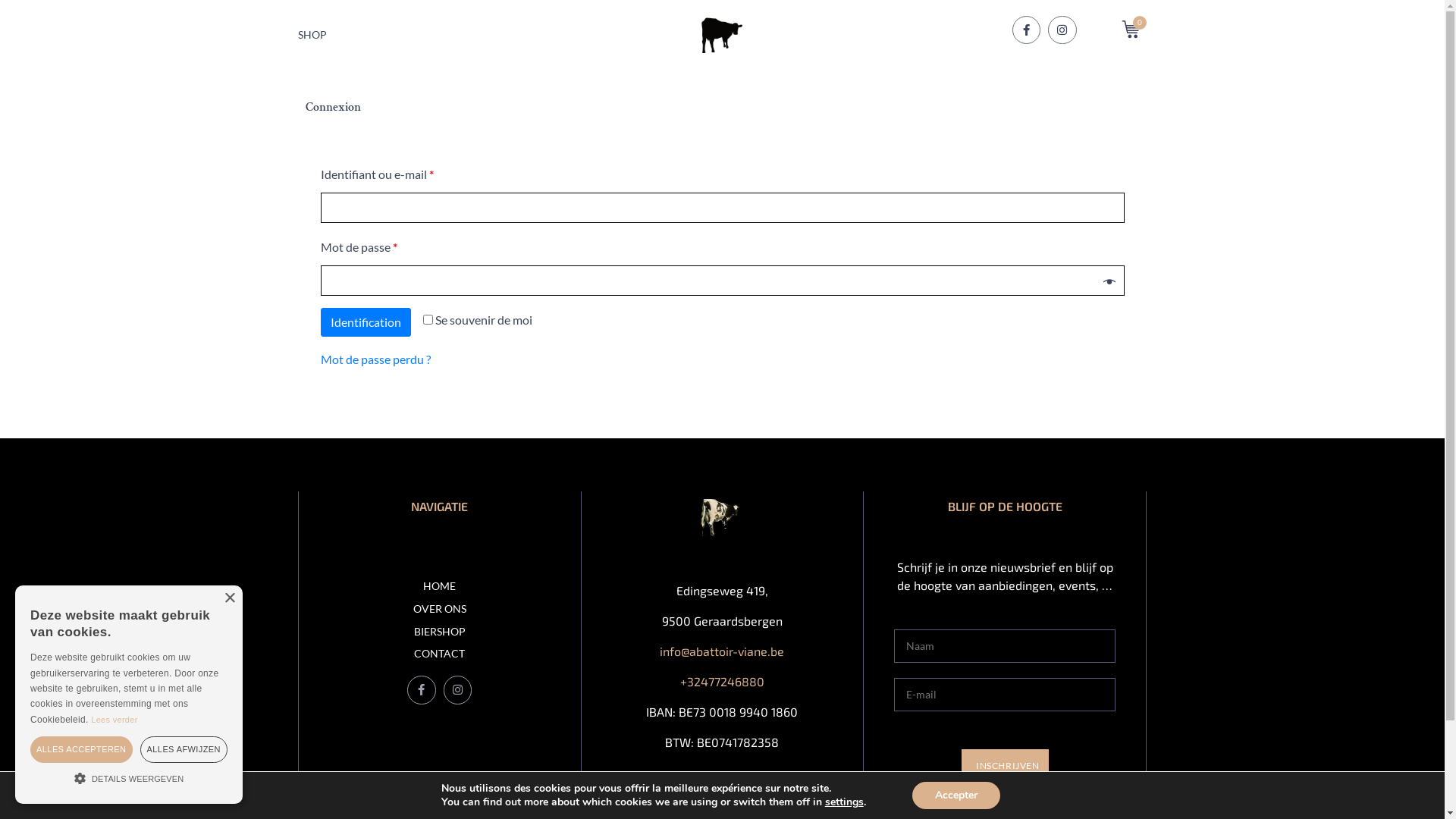  I want to click on '0', so click(1134, 29).